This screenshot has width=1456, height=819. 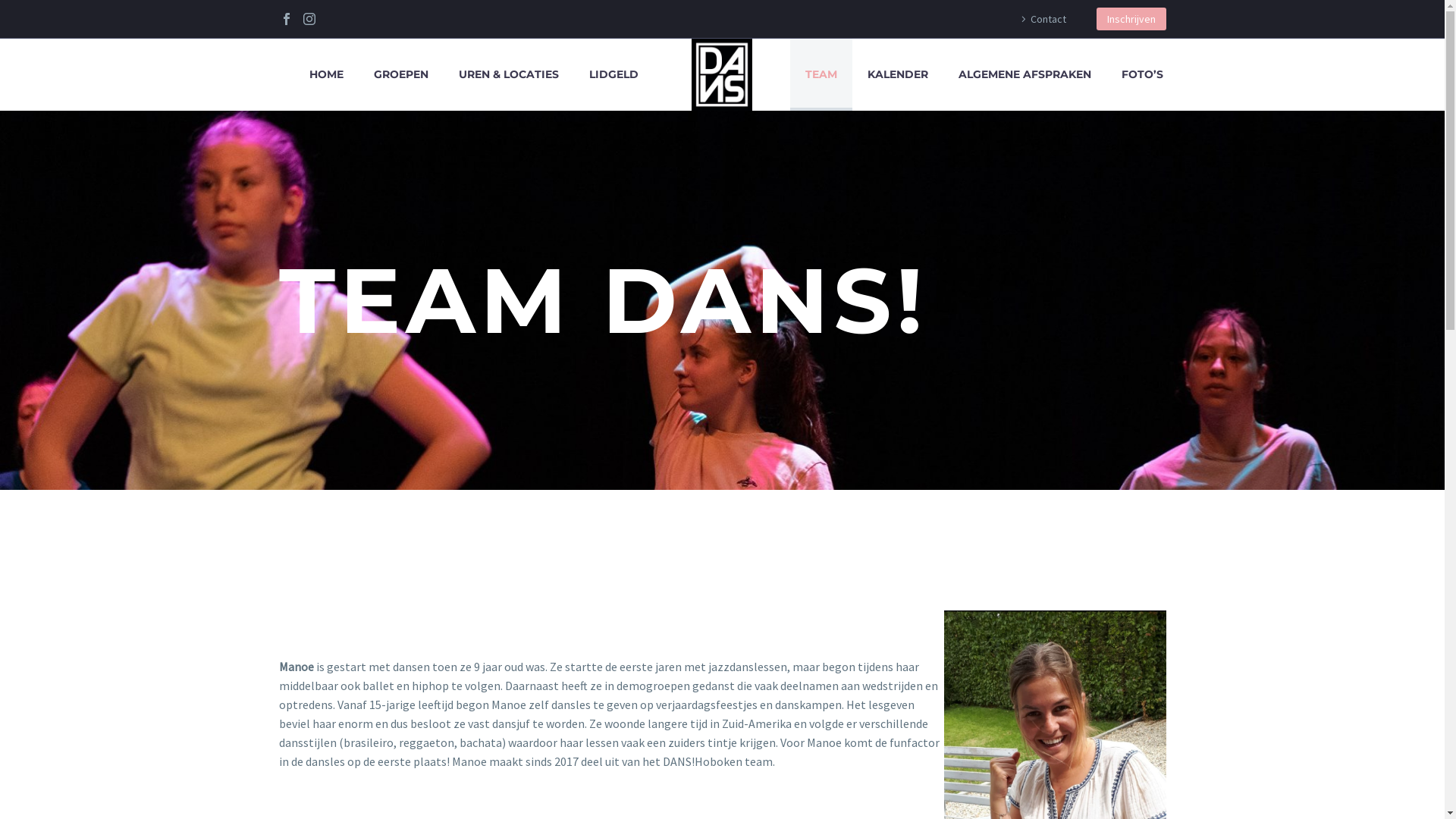 I want to click on 'UREN & LOCATIES', so click(x=443, y=74).